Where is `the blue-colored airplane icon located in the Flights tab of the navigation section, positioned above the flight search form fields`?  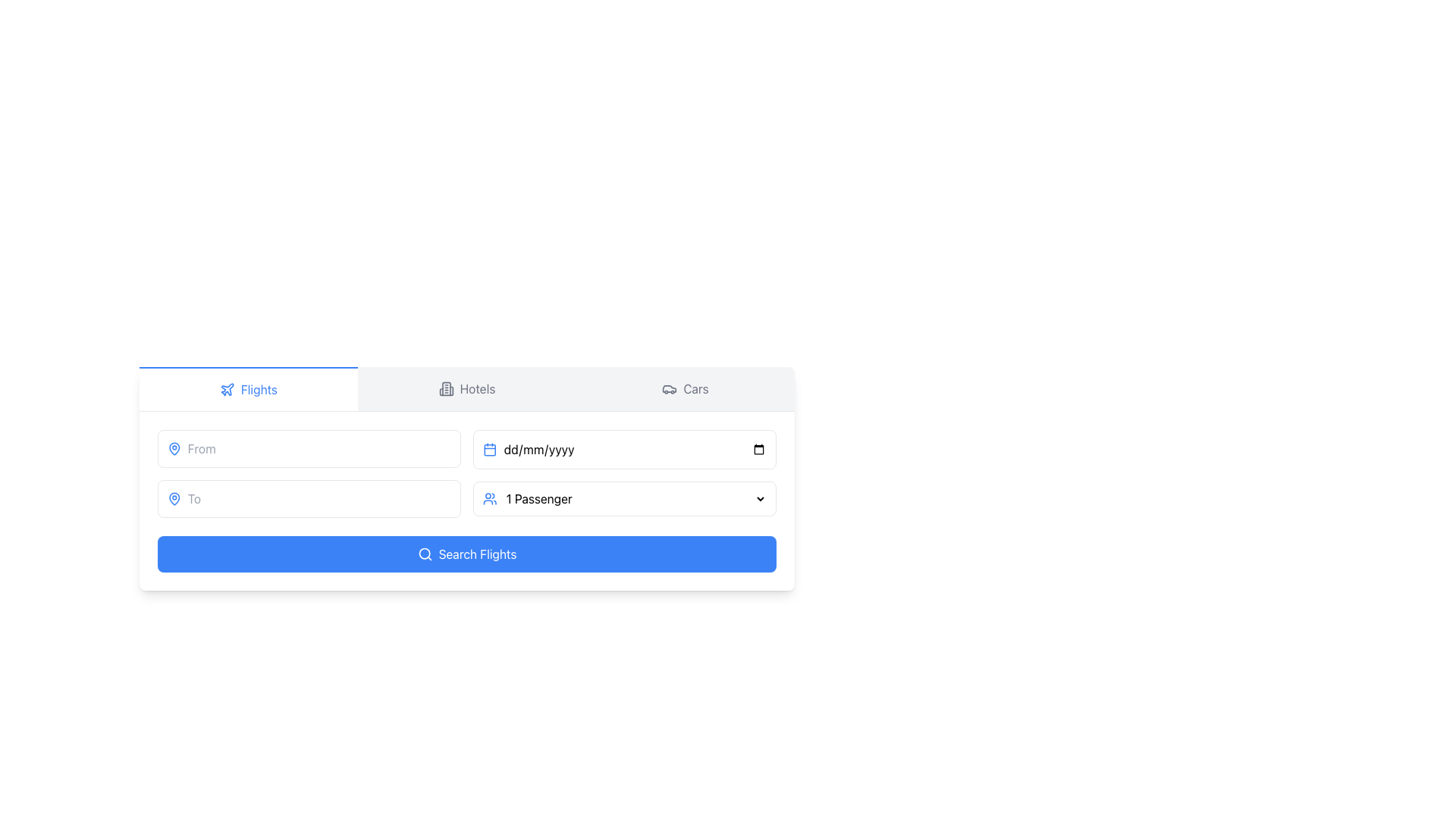
the blue-colored airplane icon located in the Flights tab of the navigation section, positioned above the flight search form fields is located at coordinates (226, 388).